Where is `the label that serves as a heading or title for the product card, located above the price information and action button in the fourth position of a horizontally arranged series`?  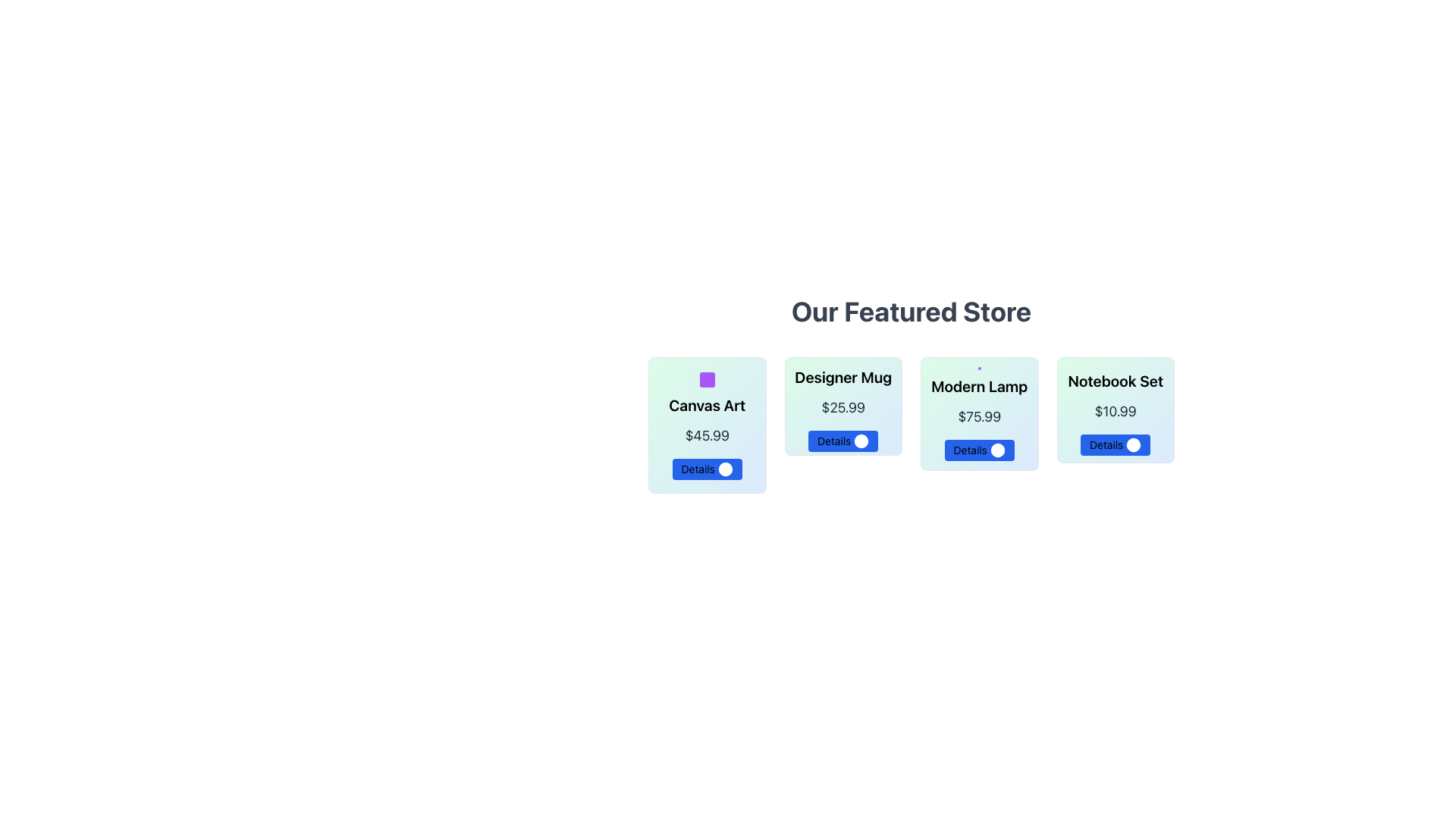
the label that serves as a heading or title for the product card, located above the price information and action button in the fourth position of a horizontally arranged series is located at coordinates (1116, 380).